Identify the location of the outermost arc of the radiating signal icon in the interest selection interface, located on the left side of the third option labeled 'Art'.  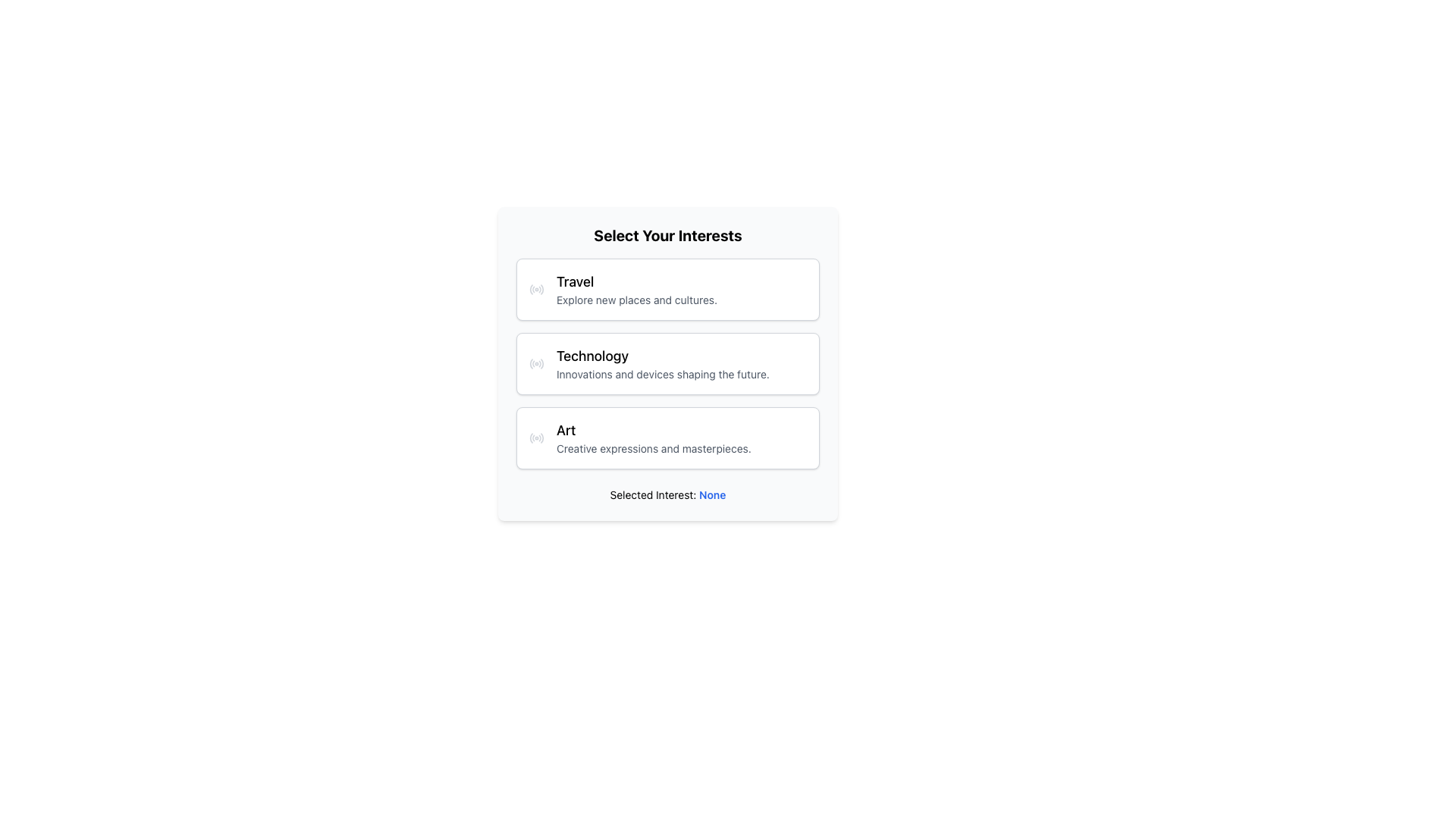
(531, 438).